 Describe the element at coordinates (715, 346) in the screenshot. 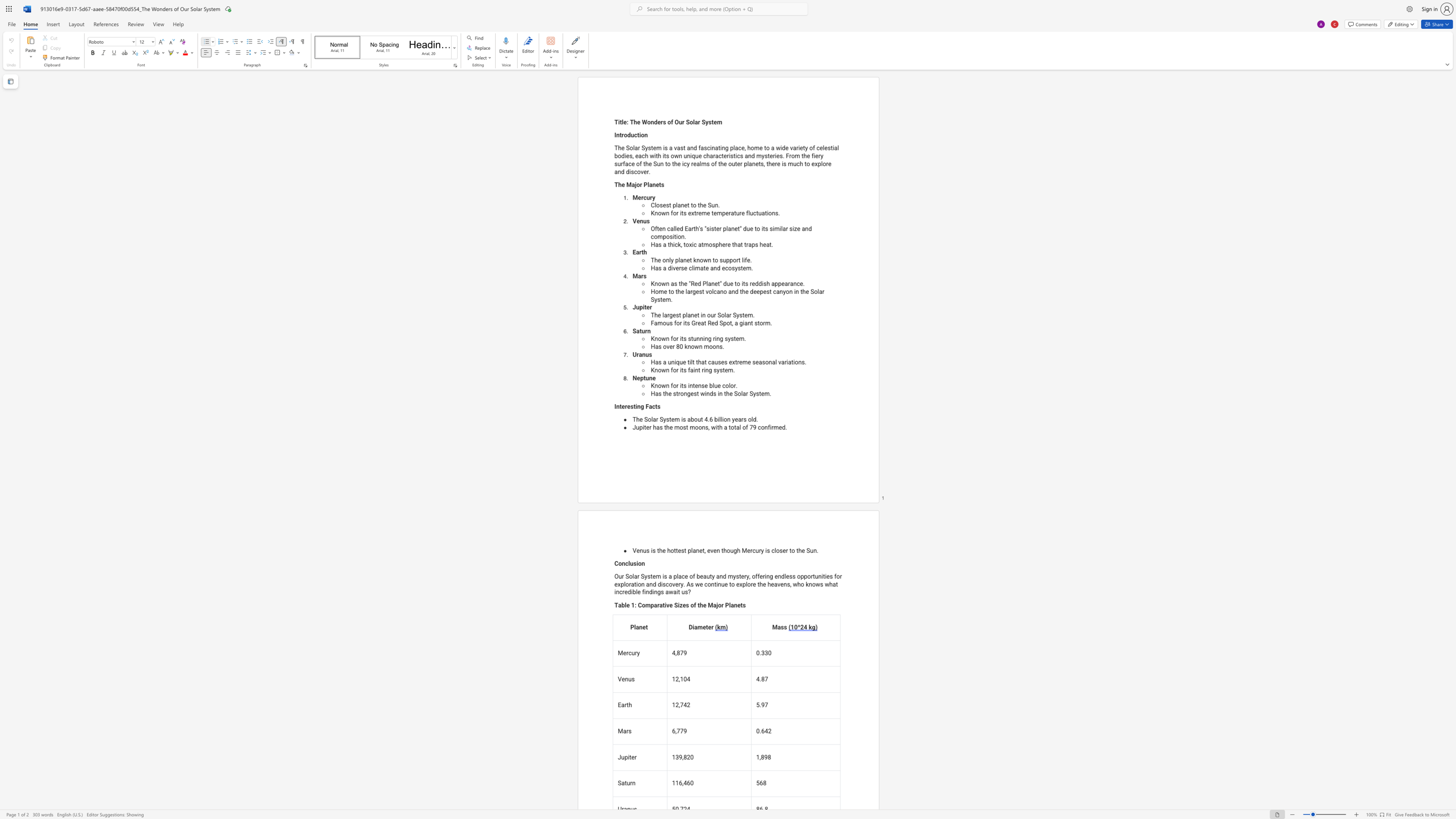

I see `the space between the continuous character "o" and "n" in the text` at that location.